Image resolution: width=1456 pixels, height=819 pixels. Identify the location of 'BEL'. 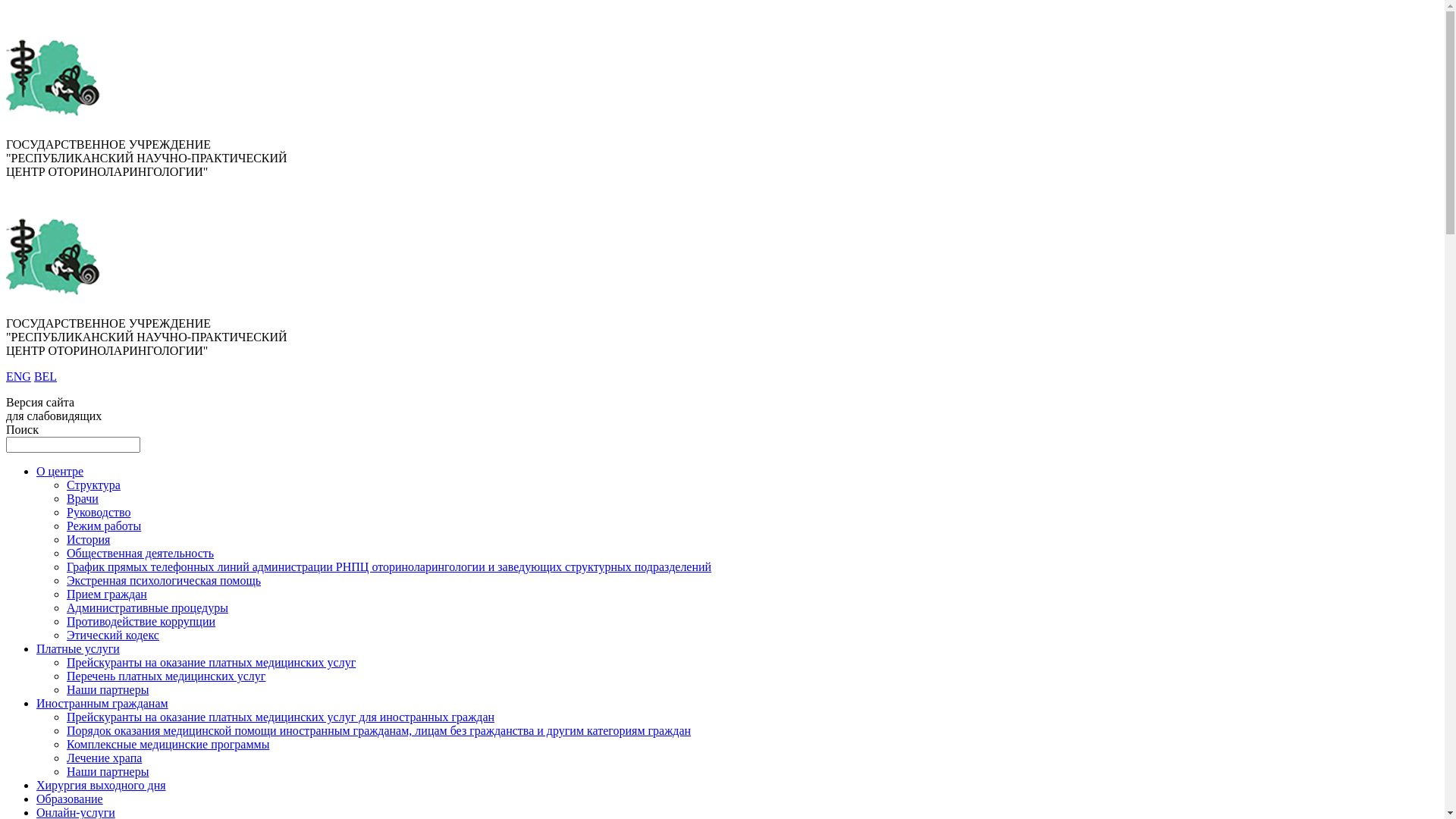
(45, 375).